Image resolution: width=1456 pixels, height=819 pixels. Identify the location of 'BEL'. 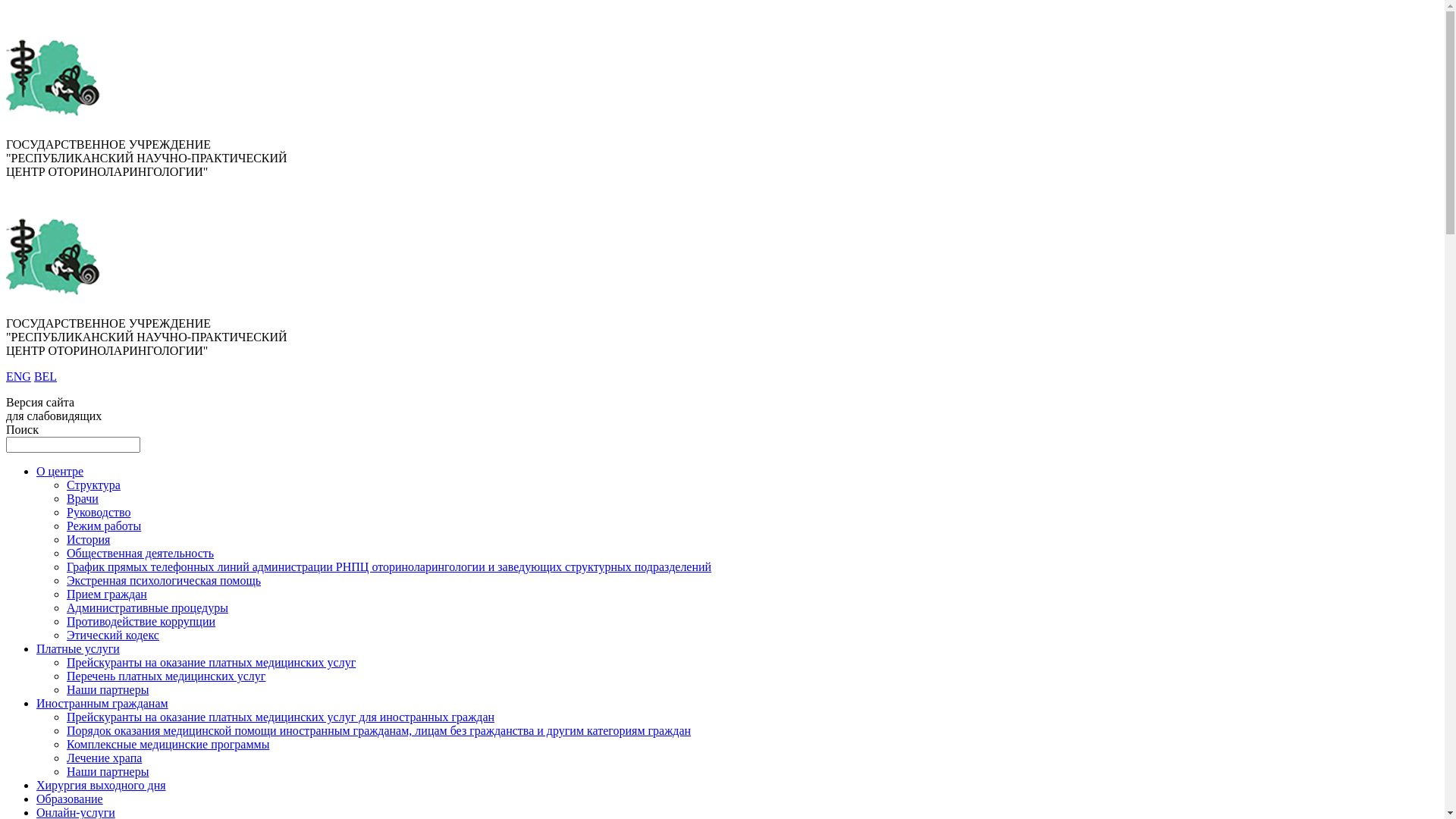
(45, 375).